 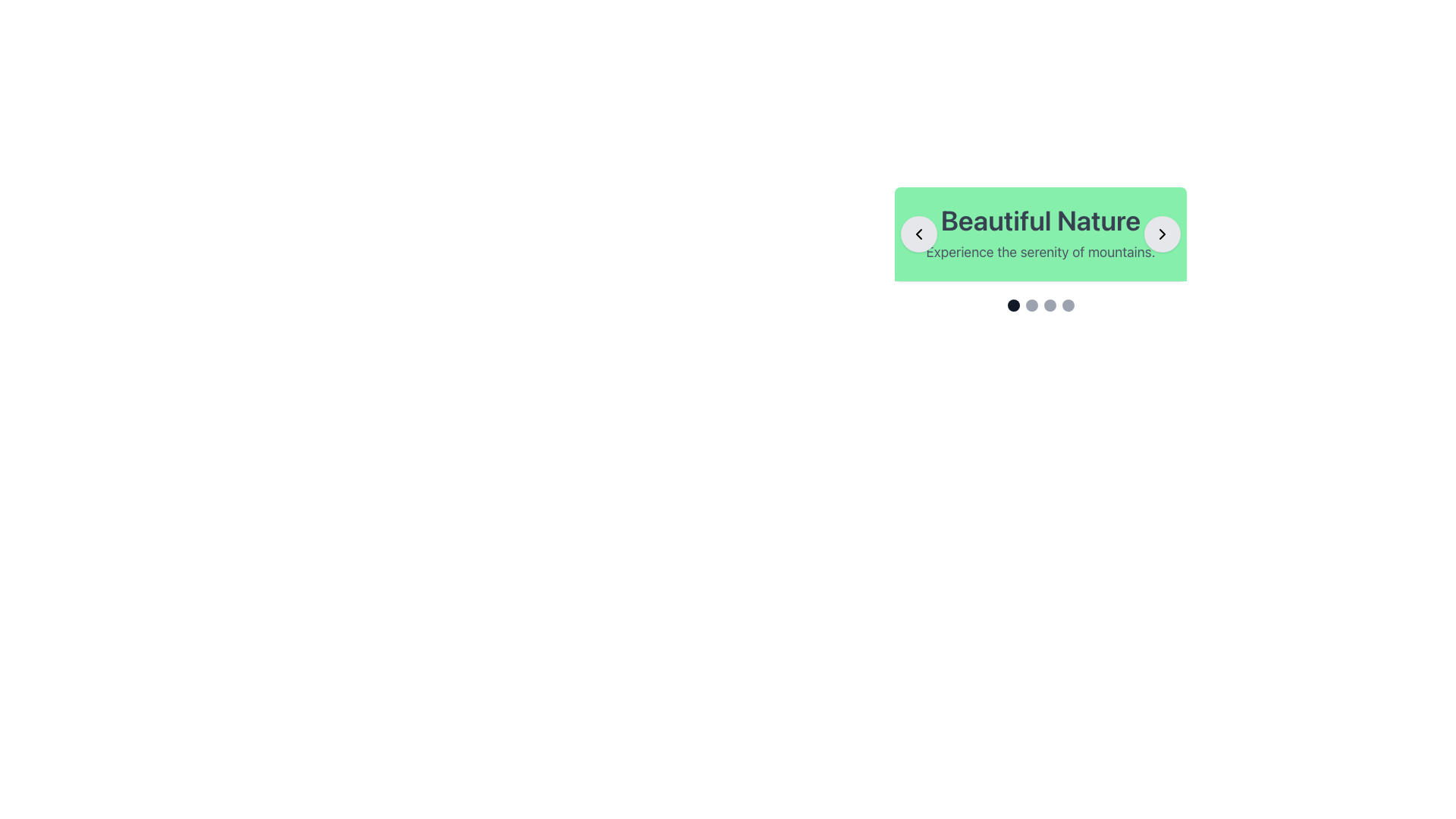 I want to click on the third navigation dot in the carousel indicator sequence located below the green banner, so click(x=1049, y=305).